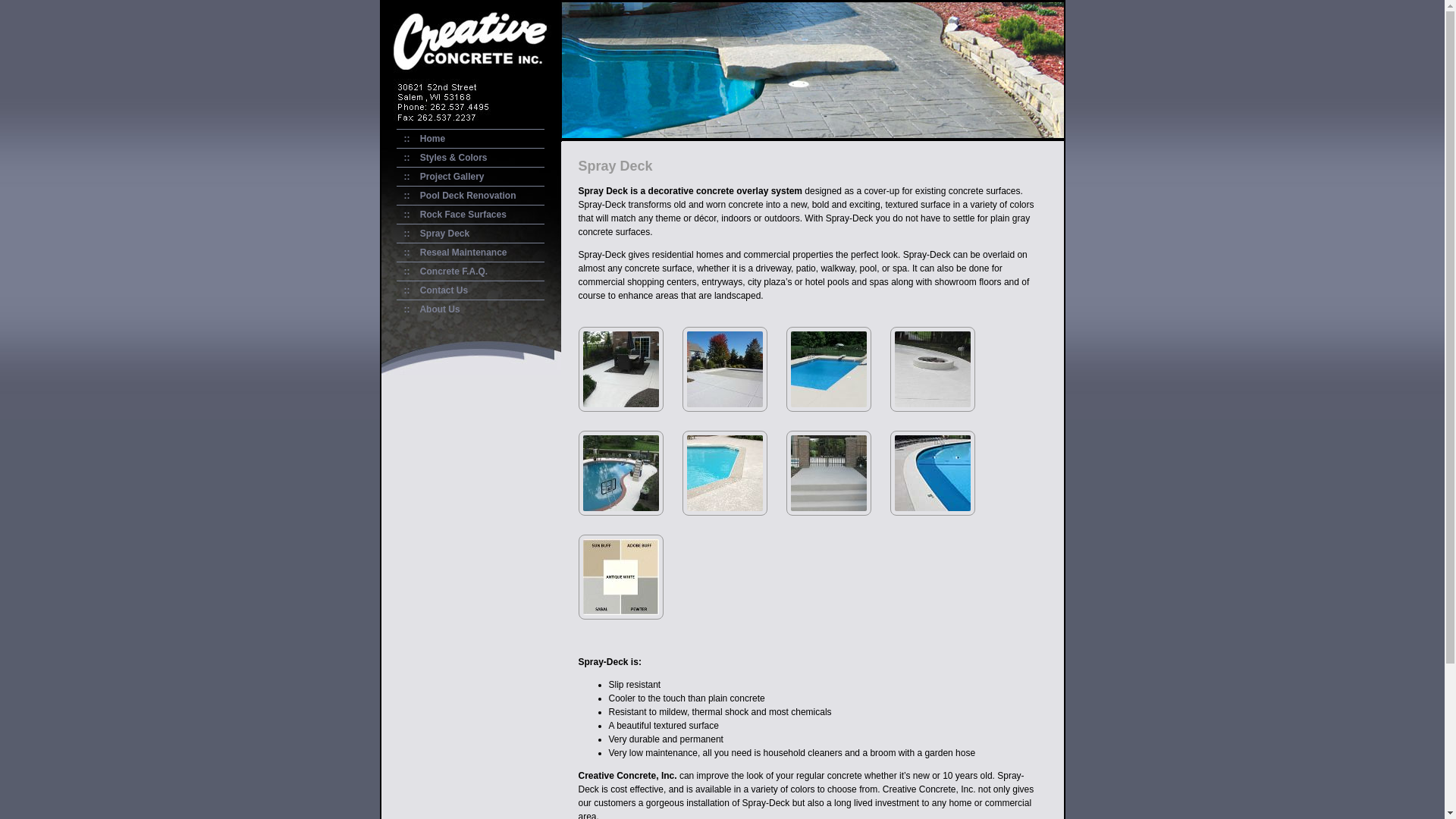 This screenshot has width=1456, height=819. Describe the element at coordinates (396, 158) in the screenshot. I see `'::    Styles & Colors'` at that location.